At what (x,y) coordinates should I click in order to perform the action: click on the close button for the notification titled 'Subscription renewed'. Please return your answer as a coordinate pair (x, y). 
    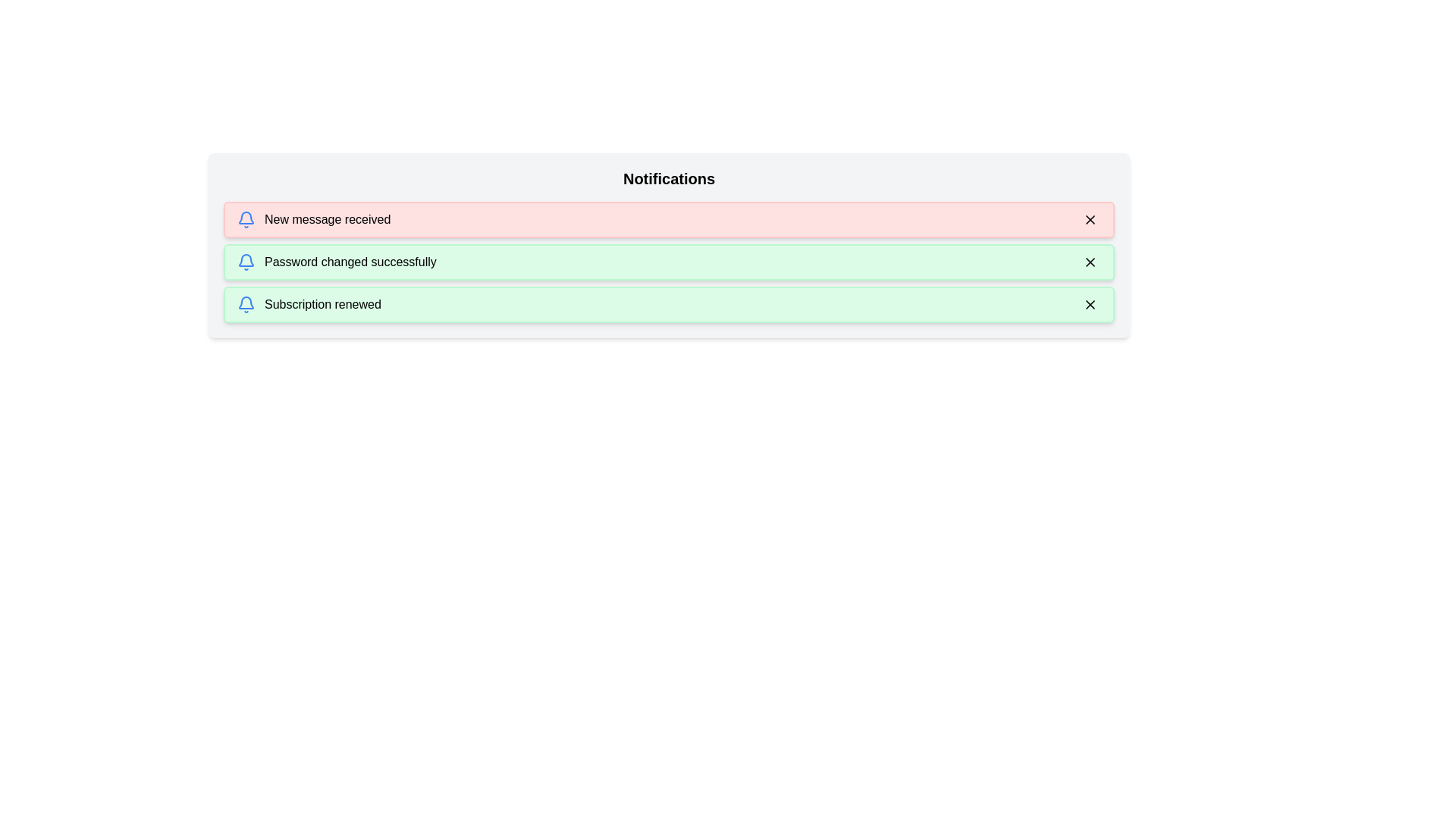
    Looking at the image, I should click on (1090, 304).